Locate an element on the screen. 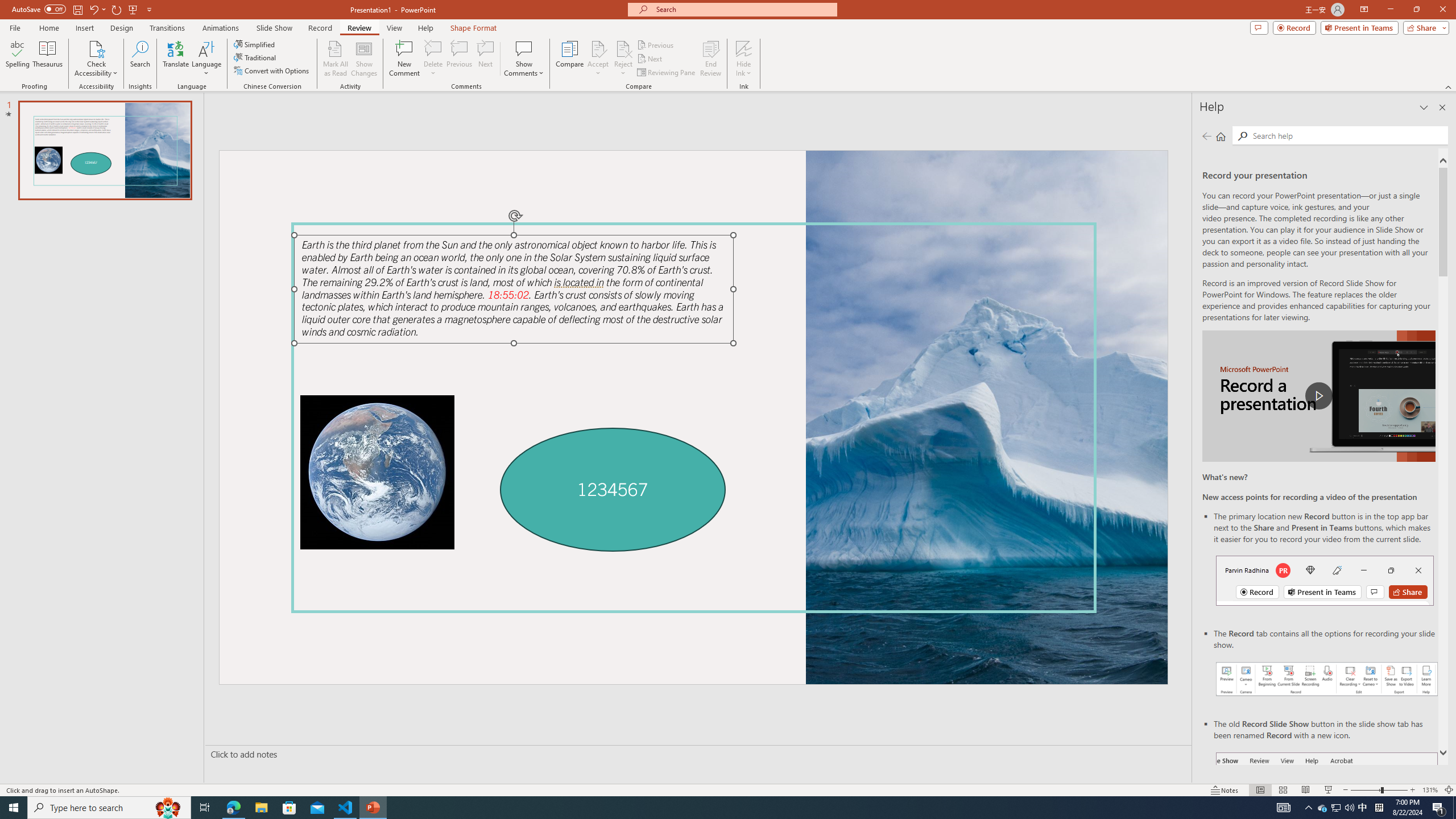  'Convert with Options...' is located at coordinates (271, 69).